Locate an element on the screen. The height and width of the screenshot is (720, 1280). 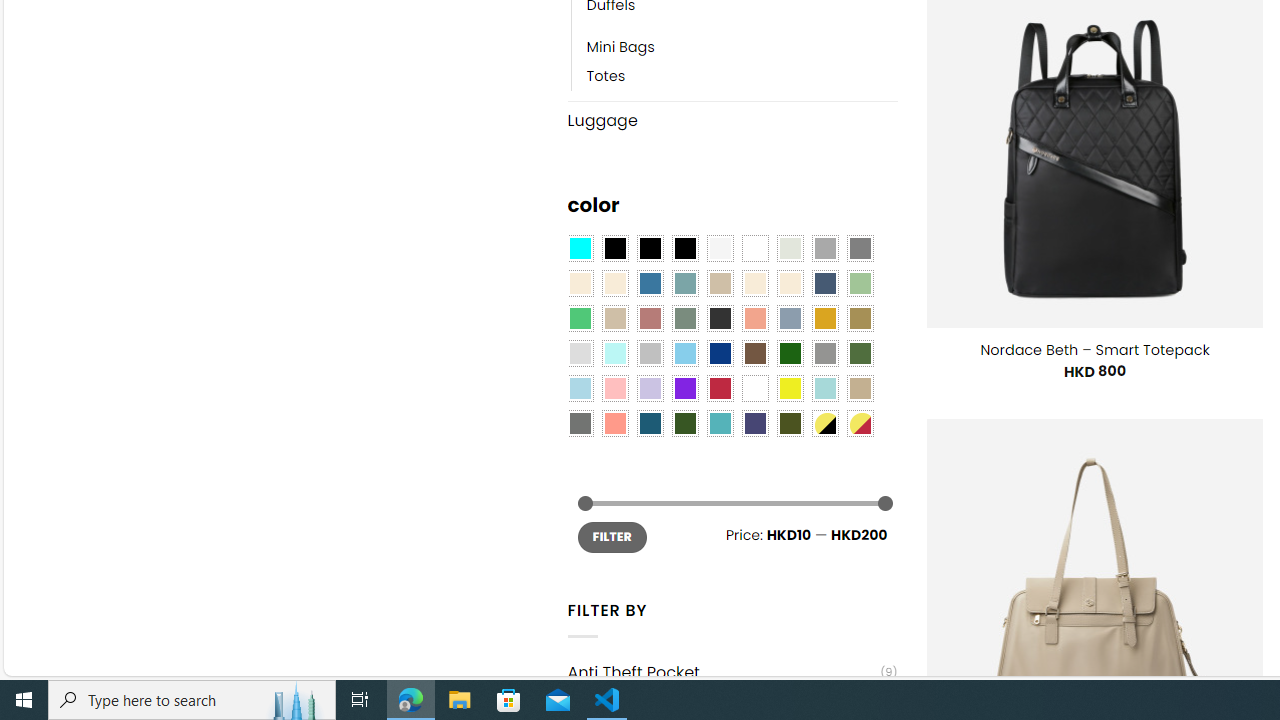
'Hale Navy' is located at coordinates (824, 283).